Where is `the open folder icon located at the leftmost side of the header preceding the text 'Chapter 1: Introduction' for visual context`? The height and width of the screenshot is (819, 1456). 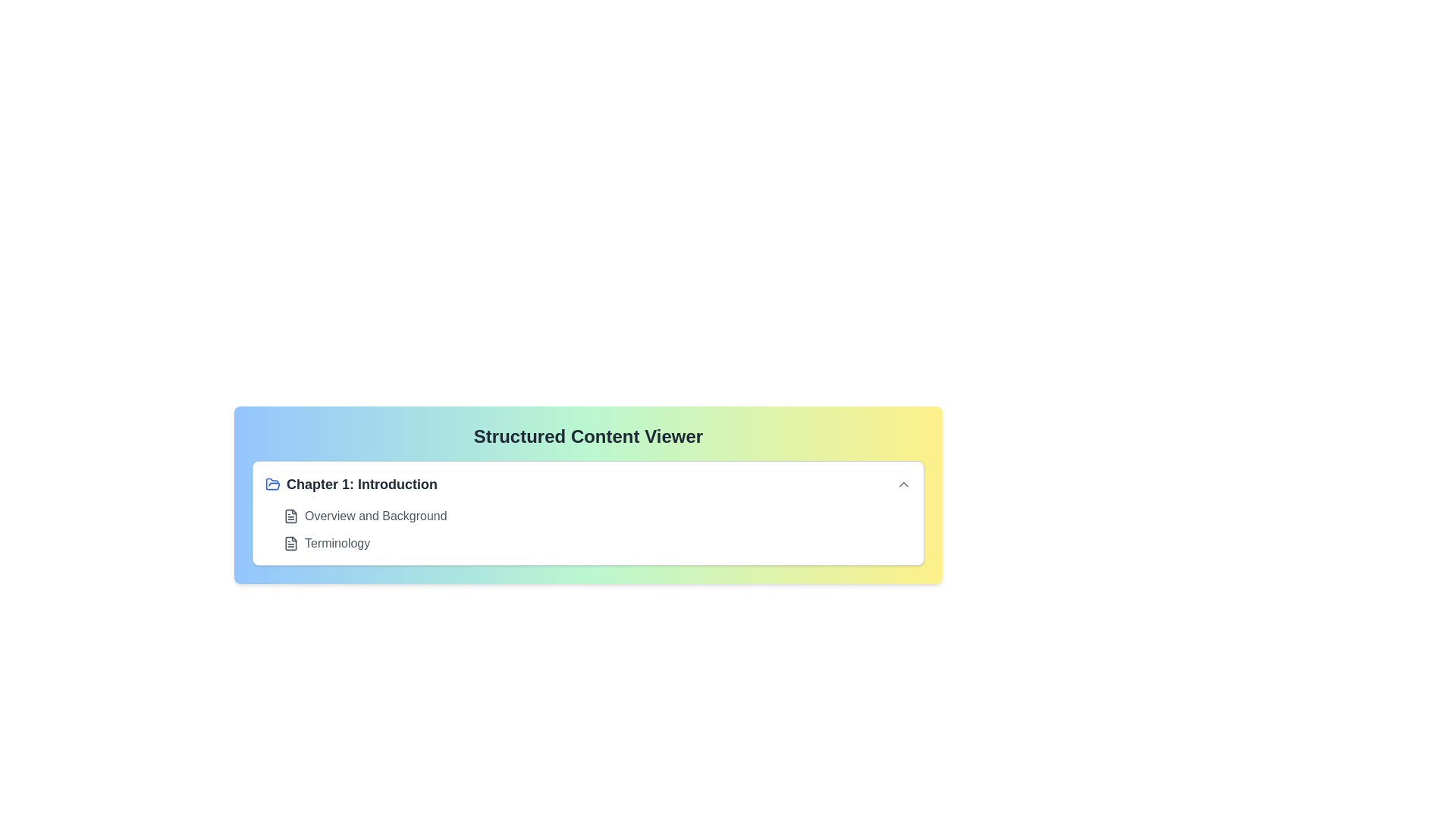 the open folder icon located at the leftmost side of the header preceding the text 'Chapter 1: Introduction' for visual context is located at coordinates (273, 485).